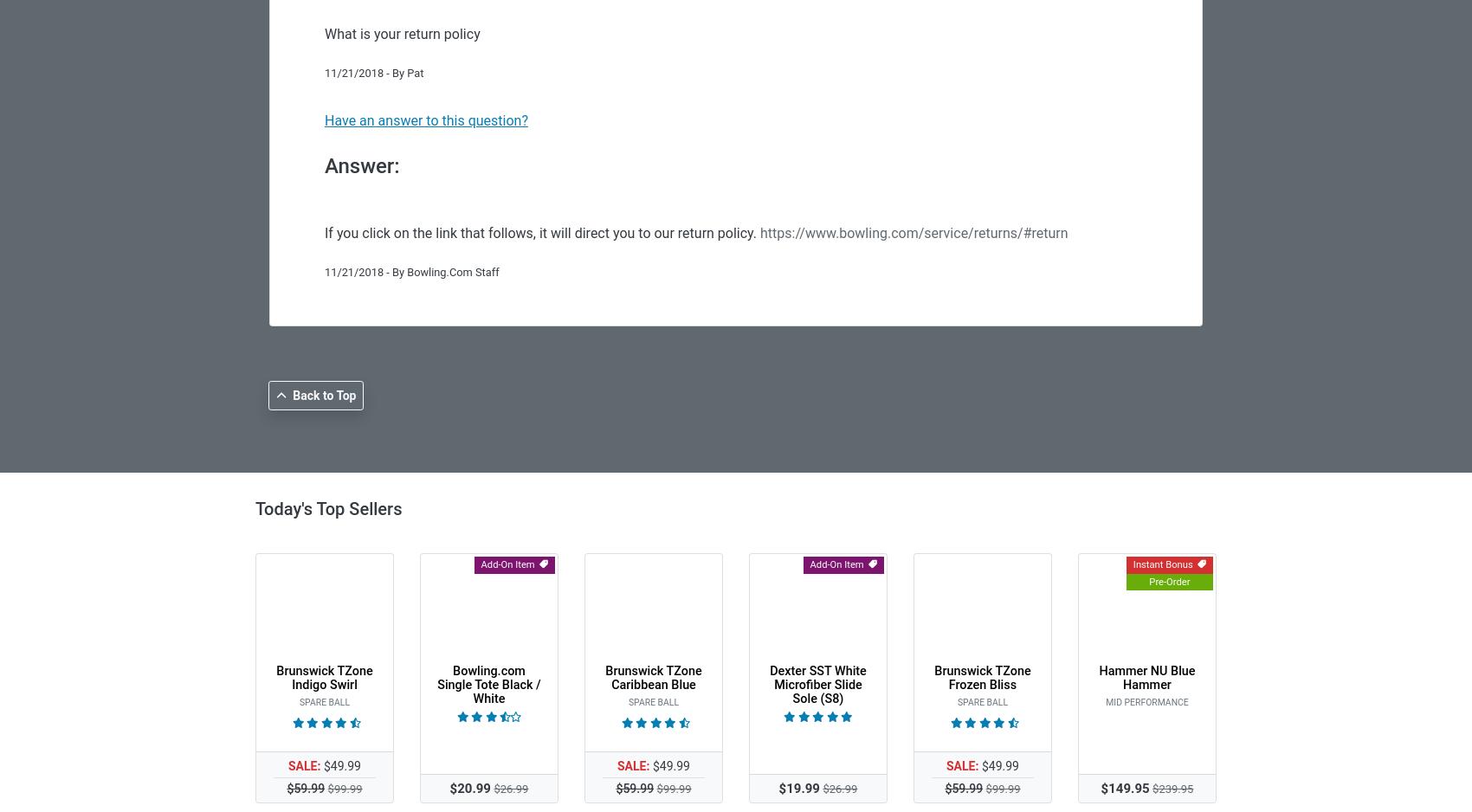 The image size is (1472, 812). Describe the element at coordinates (449, 786) in the screenshot. I see `'$20.99'` at that location.